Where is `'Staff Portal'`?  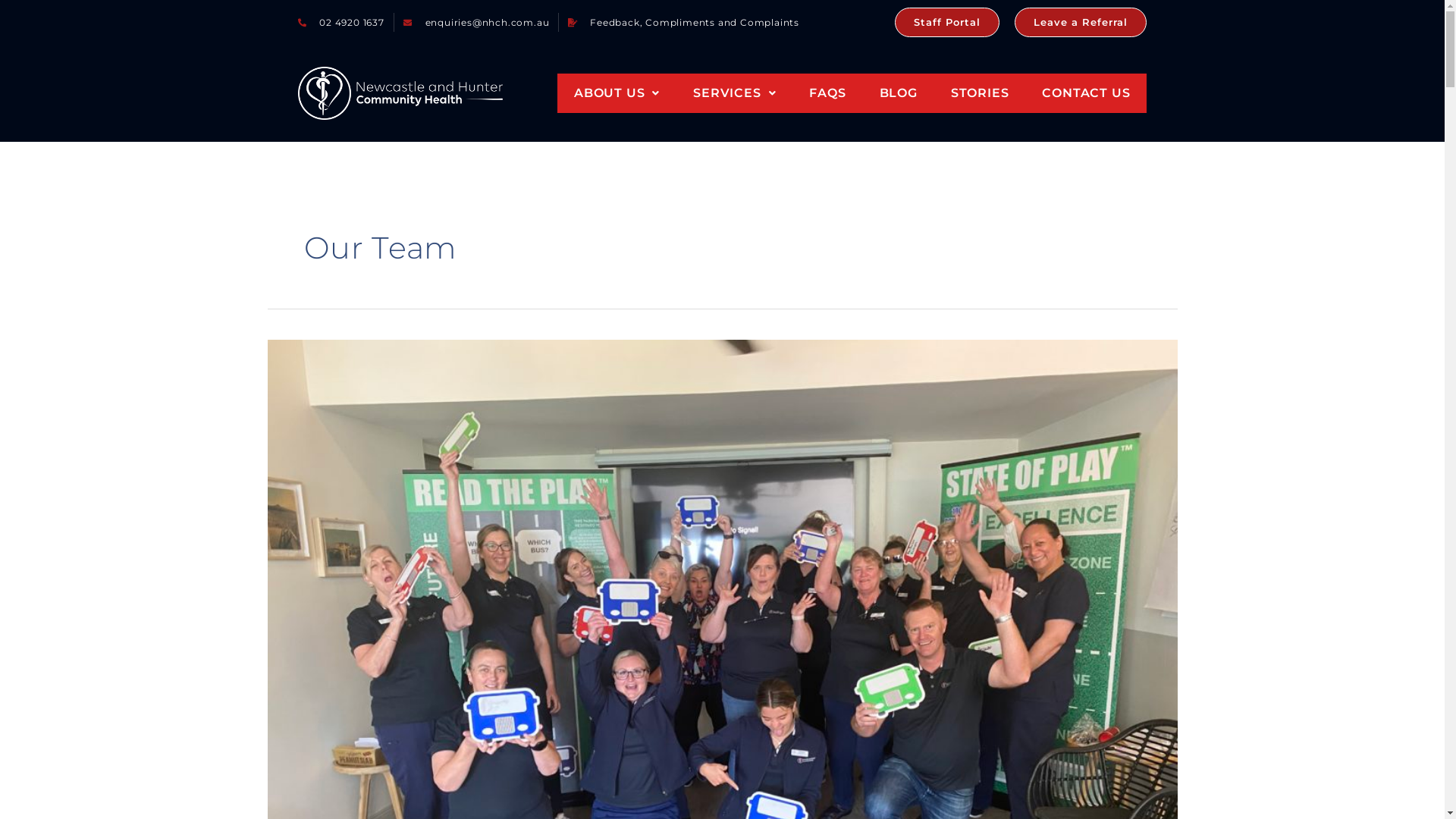 'Staff Portal' is located at coordinates (946, 22).